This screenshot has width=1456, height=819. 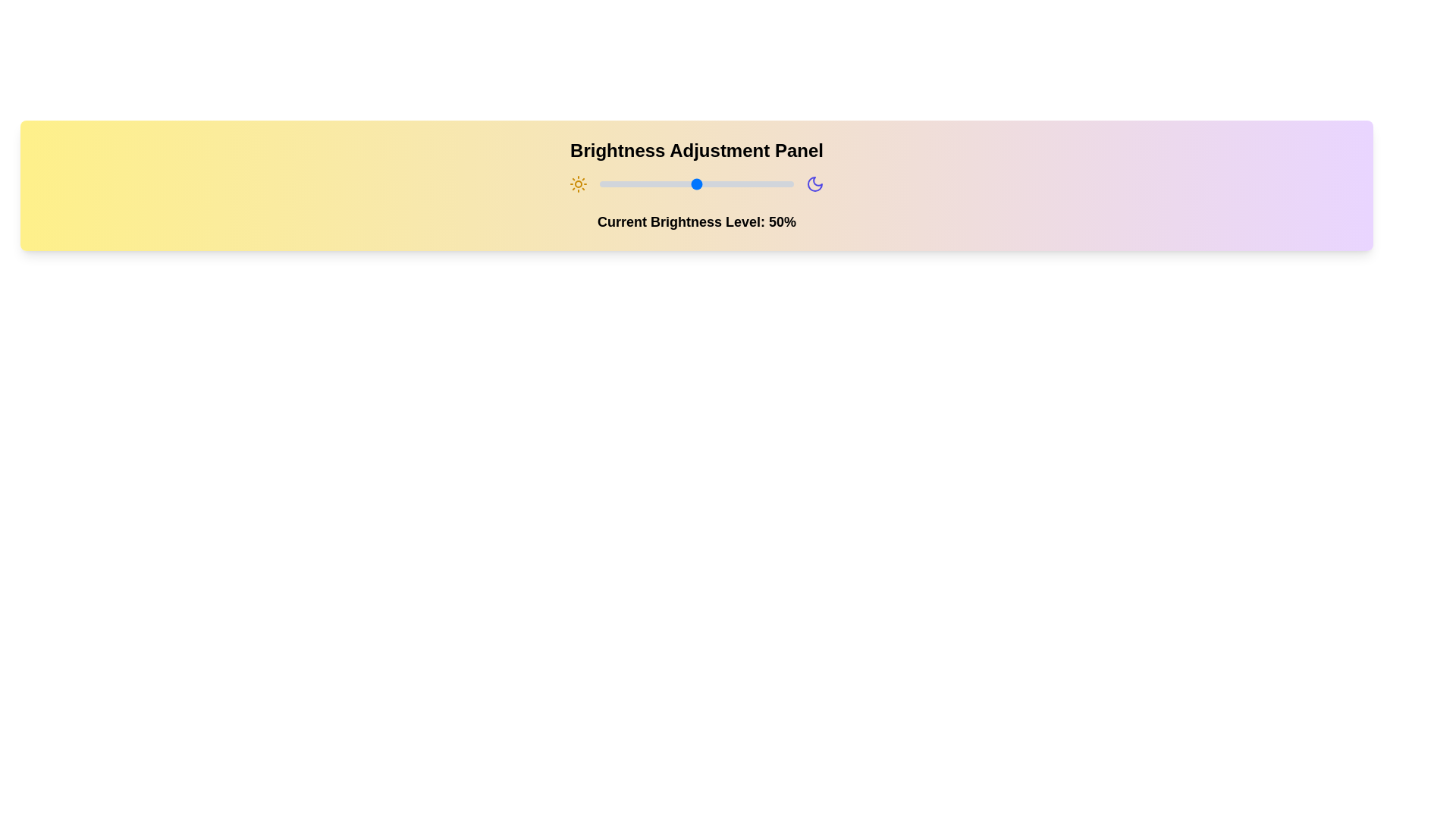 I want to click on the brightness slider to 92% to observe changes in the visual feedback of the sun and moon icons, so click(x=778, y=184).